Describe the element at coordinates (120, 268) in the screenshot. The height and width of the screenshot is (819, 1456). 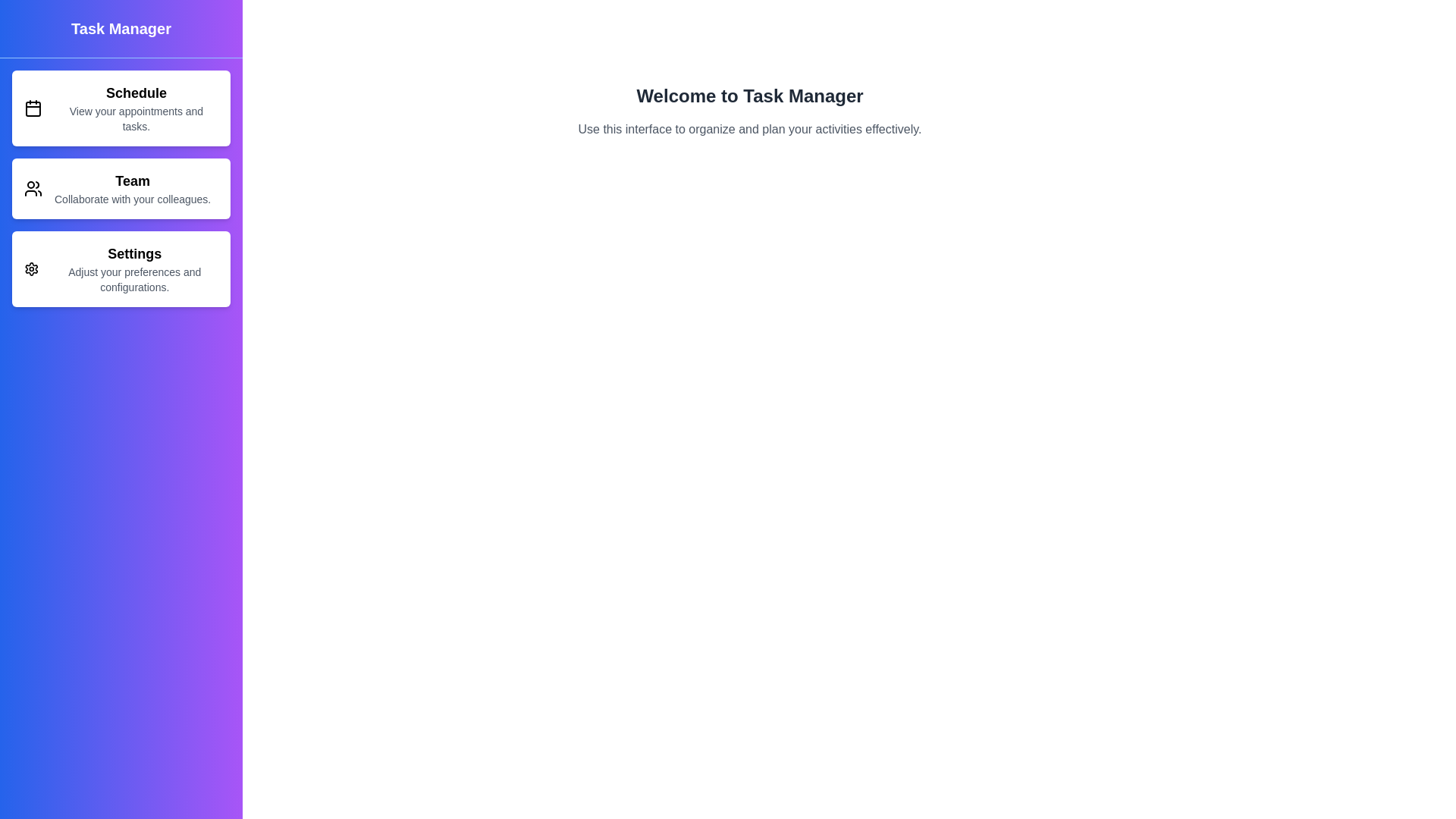
I see `the element with menu_item_settings to observe visual changes or tooltips` at that location.